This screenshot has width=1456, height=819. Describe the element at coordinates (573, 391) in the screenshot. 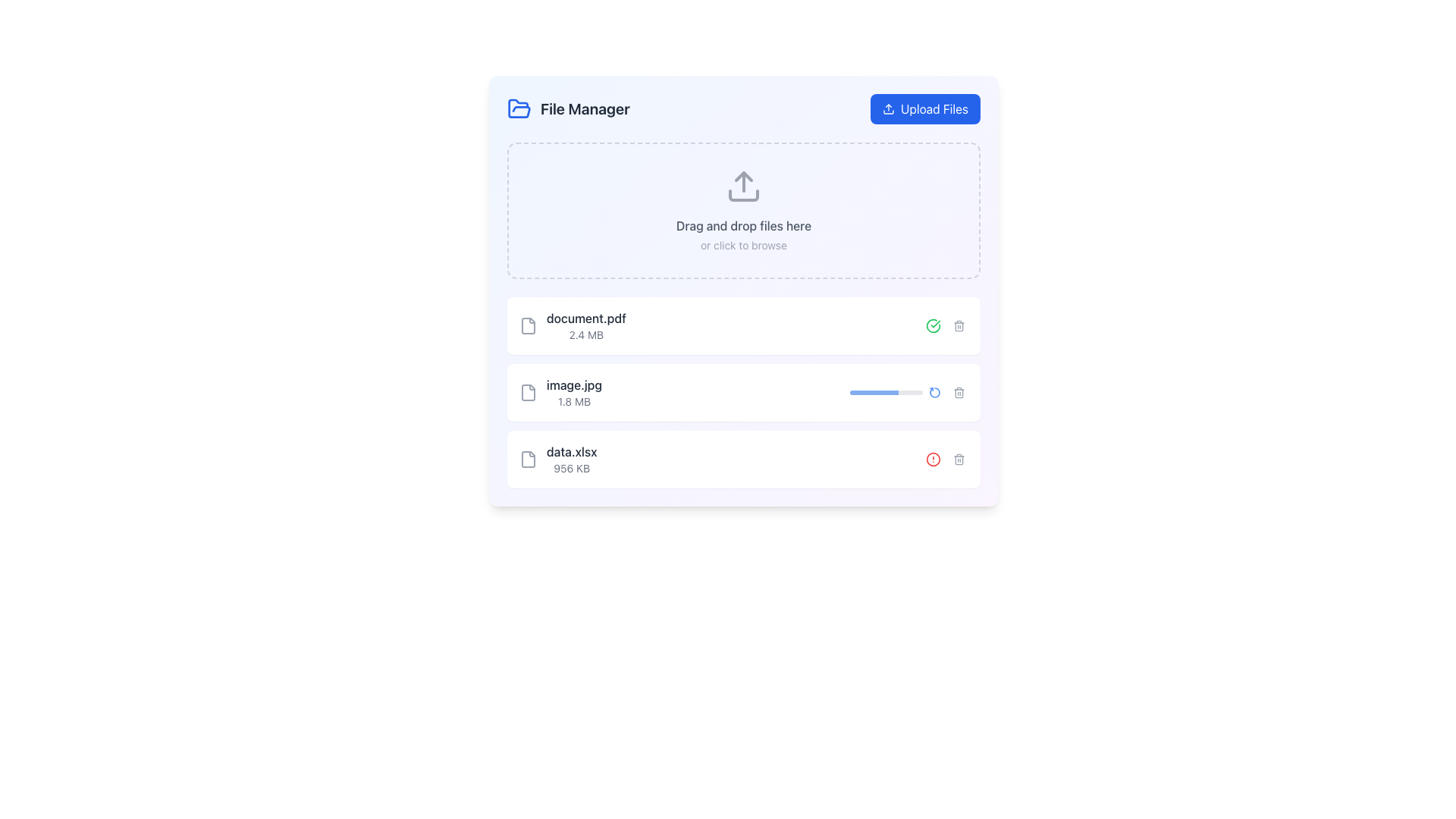

I see `the text label in the second row of the file list in the file manager interface` at that location.